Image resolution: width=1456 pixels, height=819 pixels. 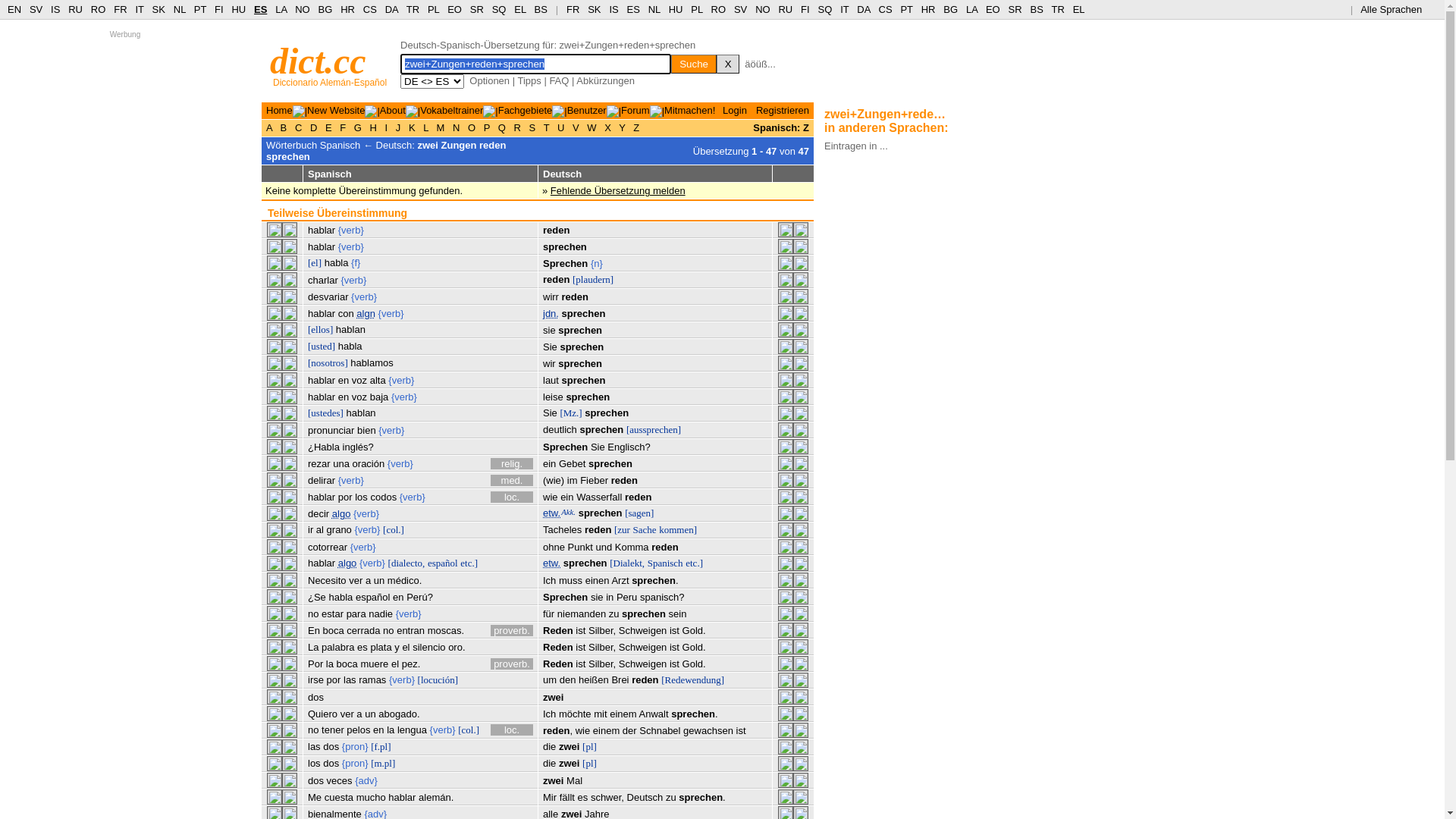 What do you see at coordinates (306, 127) in the screenshot?
I see `'D'` at bounding box center [306, 127].